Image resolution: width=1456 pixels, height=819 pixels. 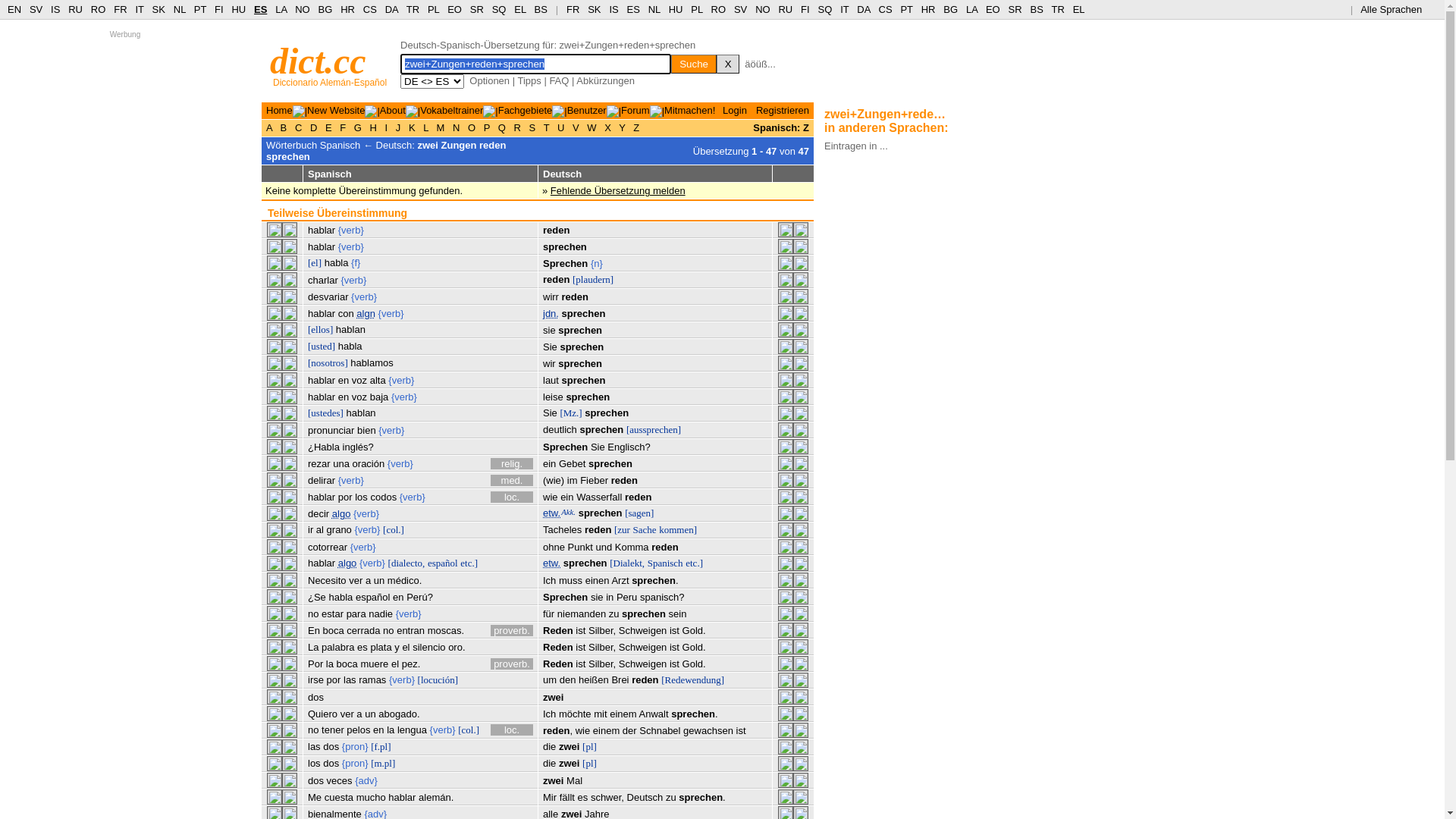 What do you see at coordinates (306, 127) in the screenshot?
I see `'D'` at bounding box center [306, 127].